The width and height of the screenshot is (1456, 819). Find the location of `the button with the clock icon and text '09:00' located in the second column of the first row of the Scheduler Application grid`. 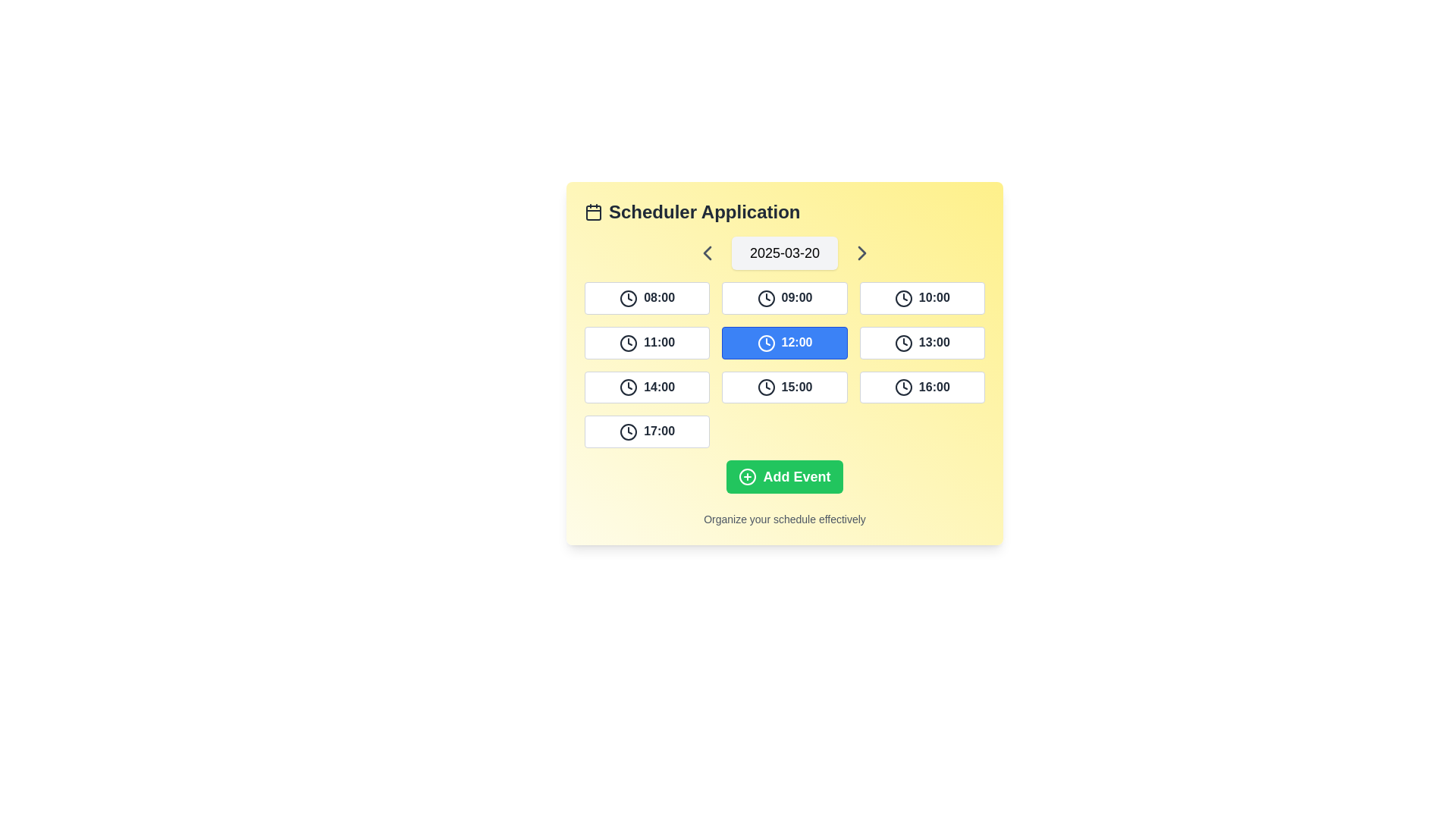

the button with the clock icon and text '09:00' located in the second column of the first row of the Scheduler Application grid is located at coordinates (785, 298).